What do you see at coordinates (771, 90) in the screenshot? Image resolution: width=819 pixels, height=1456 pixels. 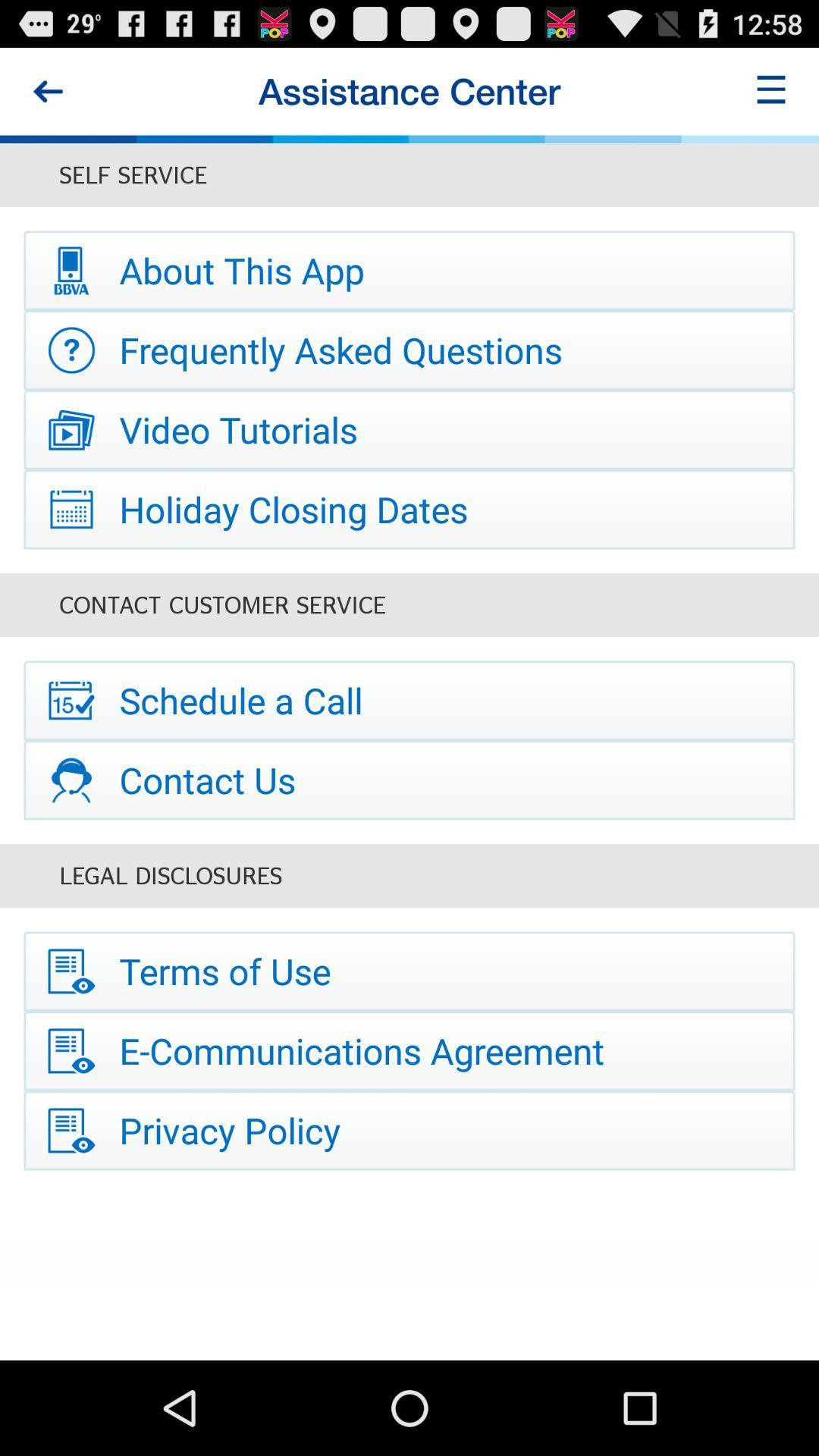 I see `main menu` at bounding box center [771, 90].